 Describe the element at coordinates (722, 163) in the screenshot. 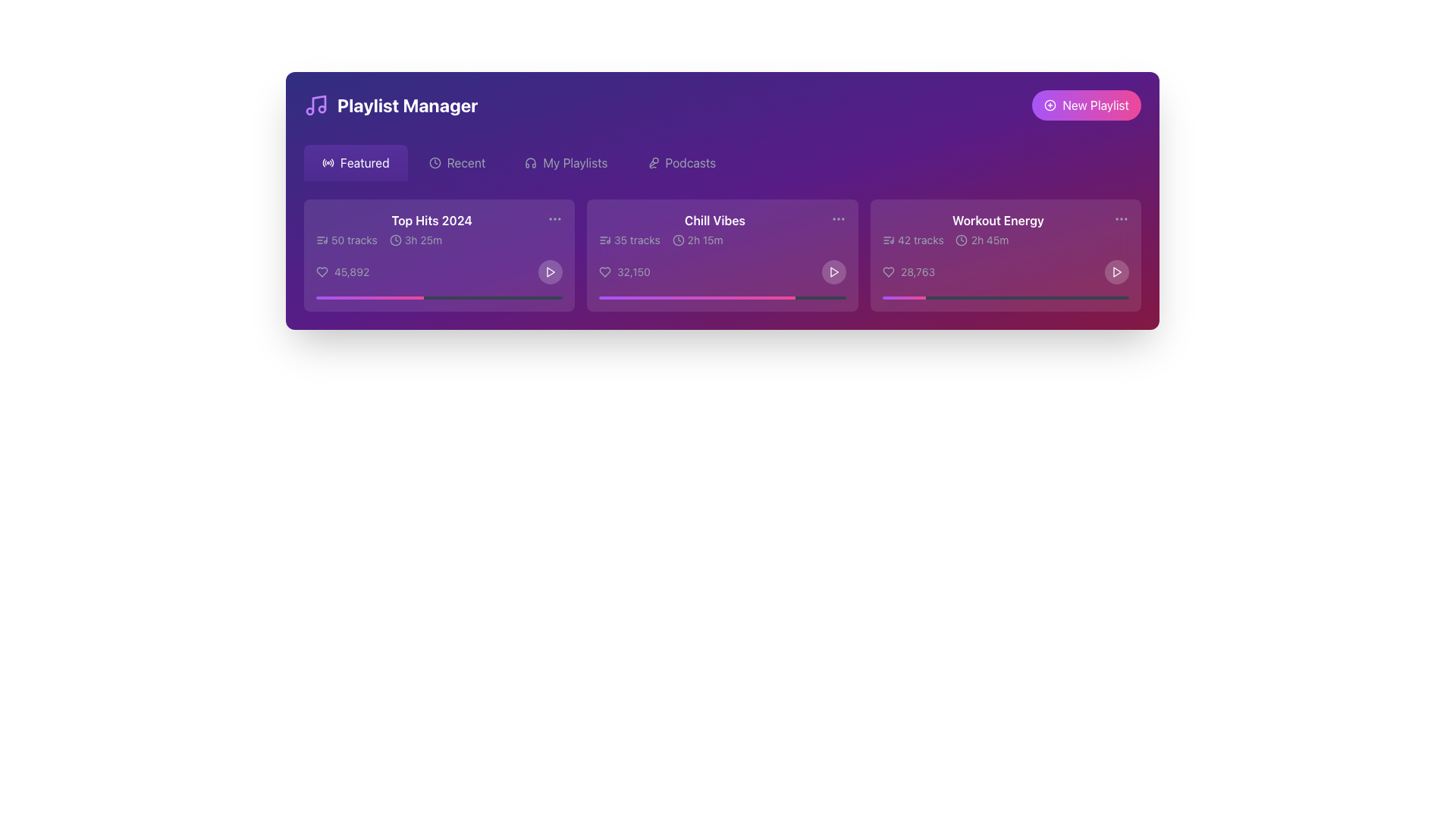

I see `the Tabs or Navigation Bar located below the 'Playlist Manager' headline` at that location.